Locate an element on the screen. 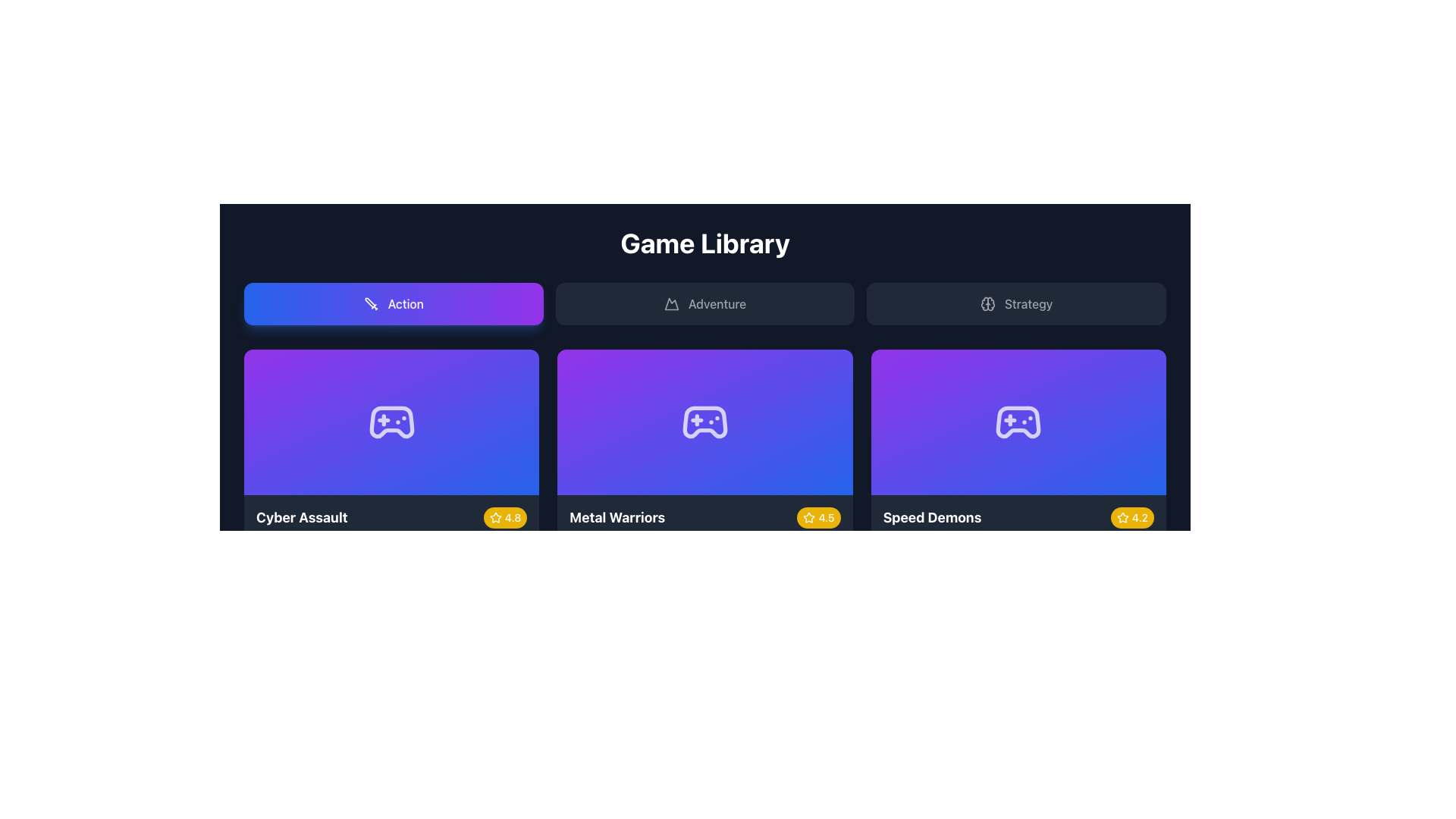 The height and width of the screenshot is (819, 1456). the gaming controller graphic icon located at the center of the first game card in the 'Game Library' interface under the 'Action' category is located at coordinates (391, 422).